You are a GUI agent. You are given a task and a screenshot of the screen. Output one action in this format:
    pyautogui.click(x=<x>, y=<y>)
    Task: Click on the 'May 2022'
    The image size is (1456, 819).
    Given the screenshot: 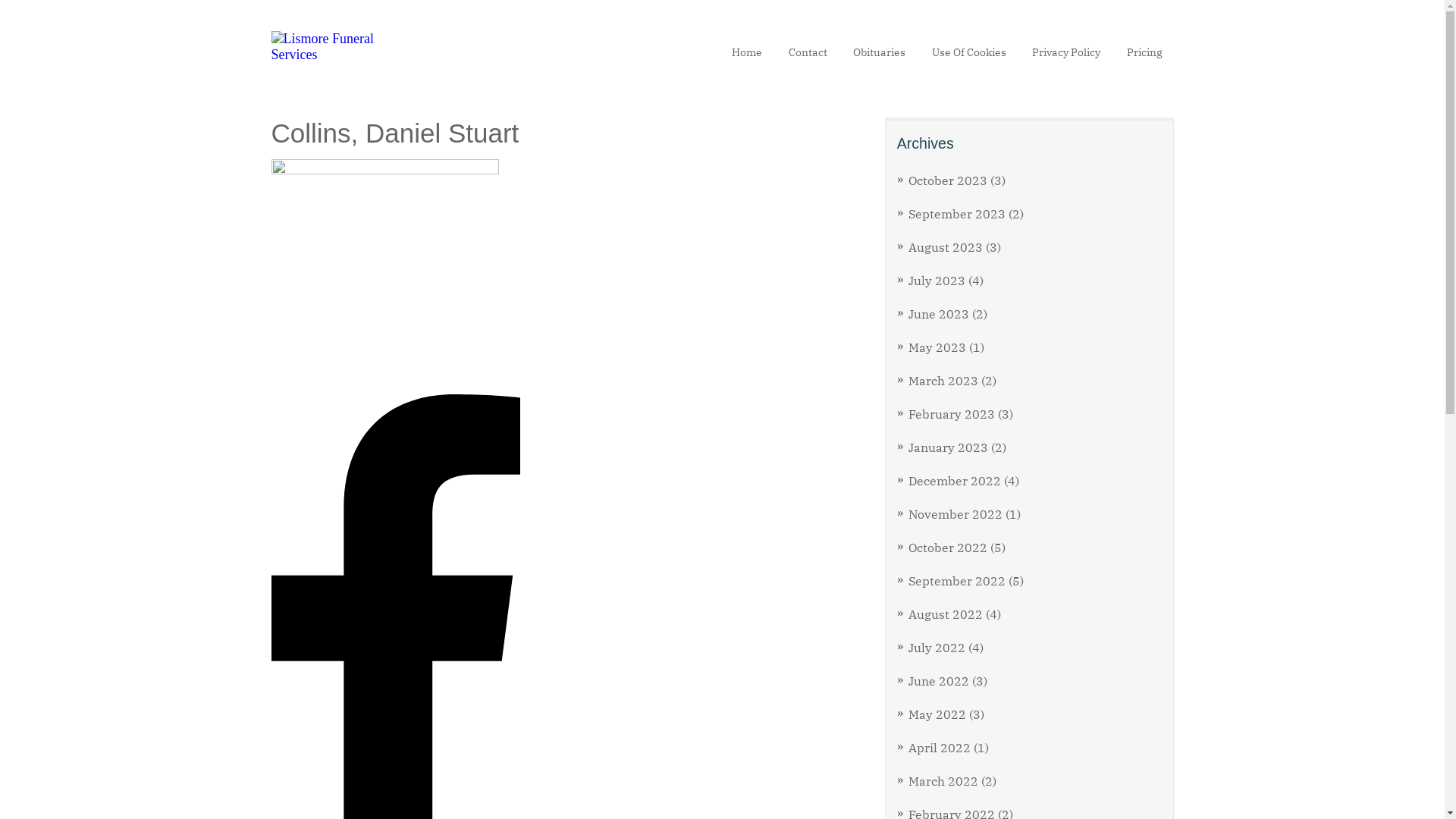 What is the action you would take?
    pyautogui.click(x=937, y=714)
    